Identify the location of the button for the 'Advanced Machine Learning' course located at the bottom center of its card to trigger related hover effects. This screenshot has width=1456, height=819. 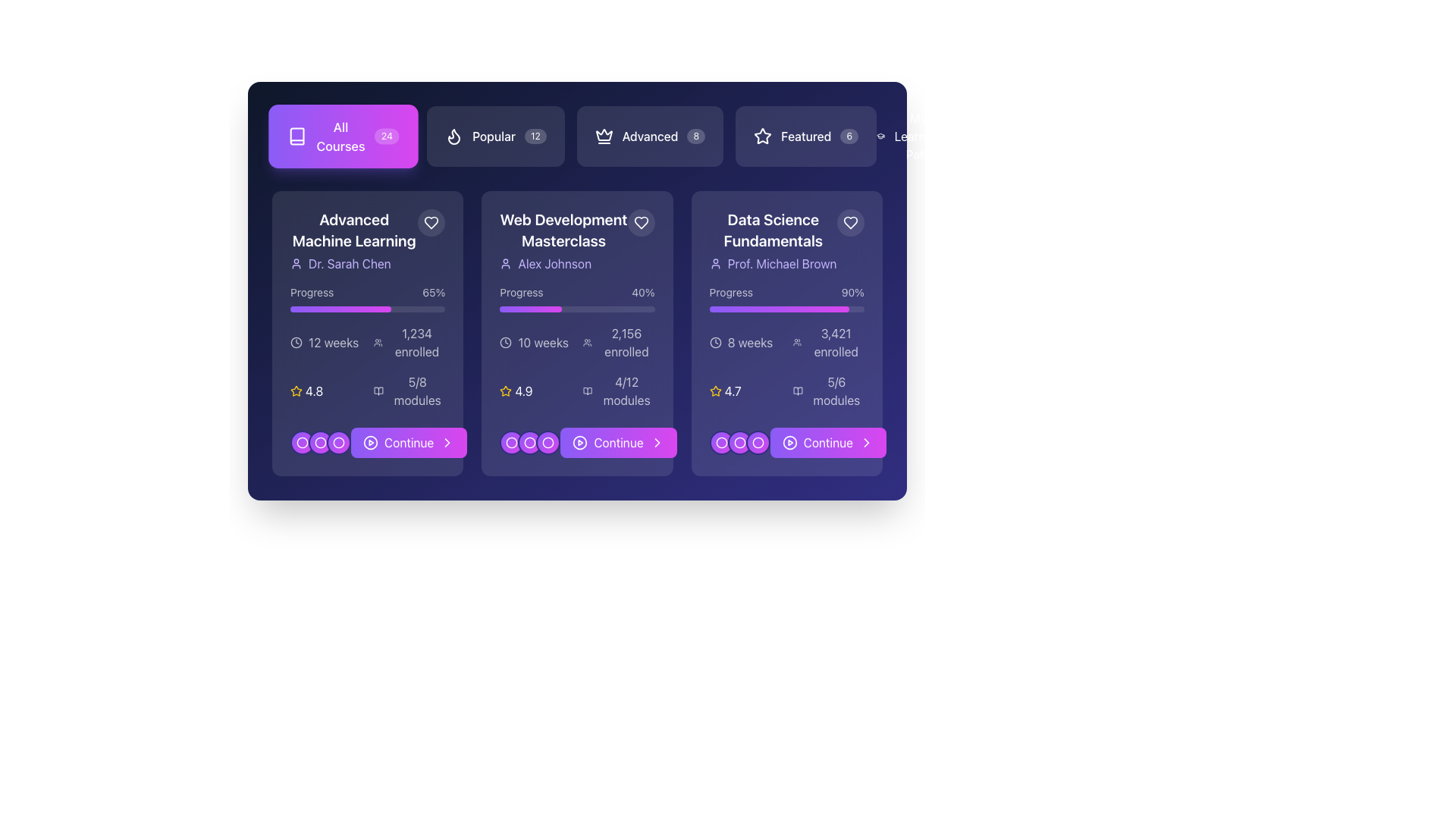
(409, 442).